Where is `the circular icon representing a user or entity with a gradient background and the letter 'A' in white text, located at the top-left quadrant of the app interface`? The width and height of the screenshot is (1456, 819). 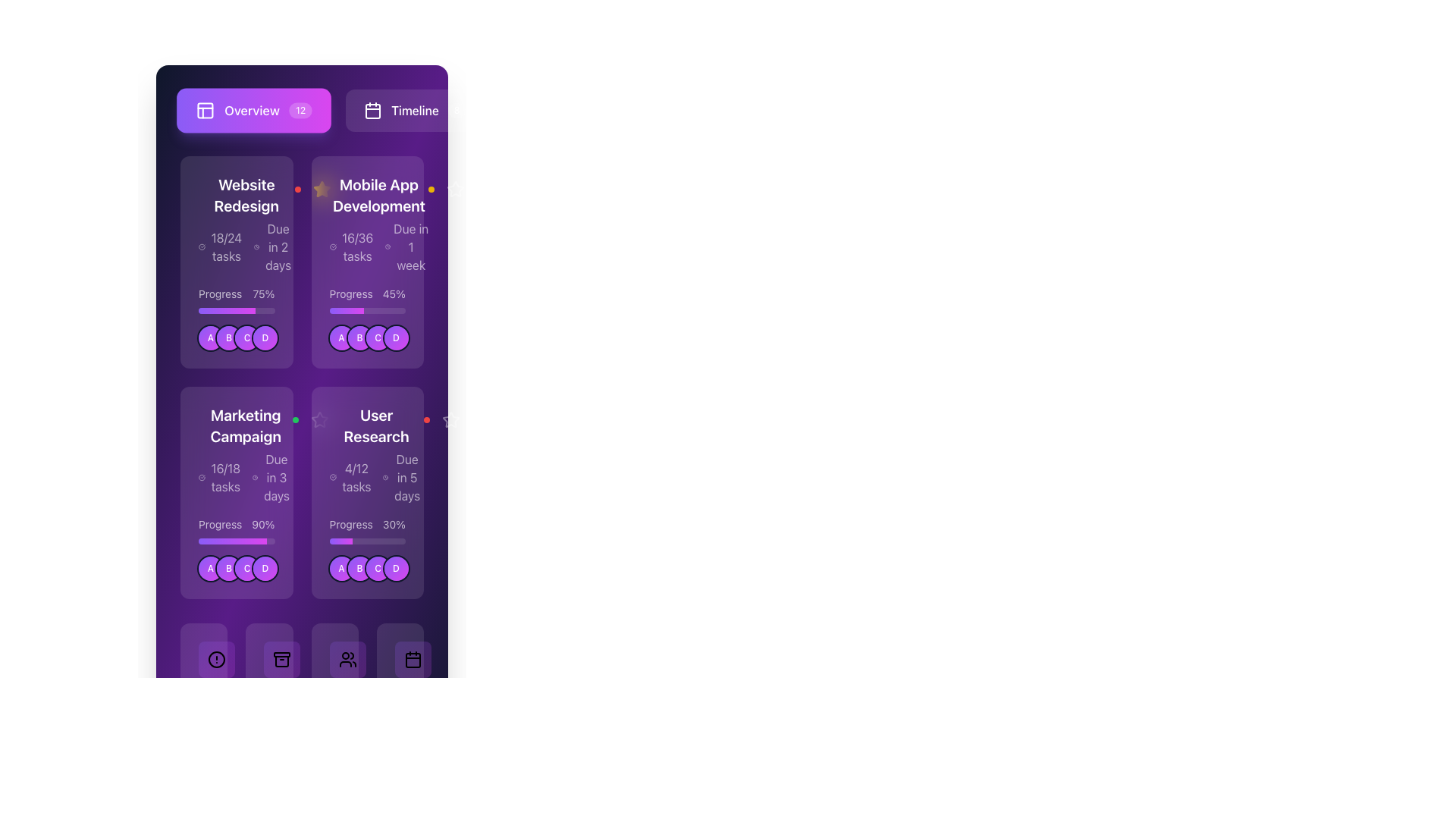 the circular icon representing a user or entity with a gradient background and the letter 'A' in white text, located at the top-left quadrant of the app interface is located at coordinates (210, 337).